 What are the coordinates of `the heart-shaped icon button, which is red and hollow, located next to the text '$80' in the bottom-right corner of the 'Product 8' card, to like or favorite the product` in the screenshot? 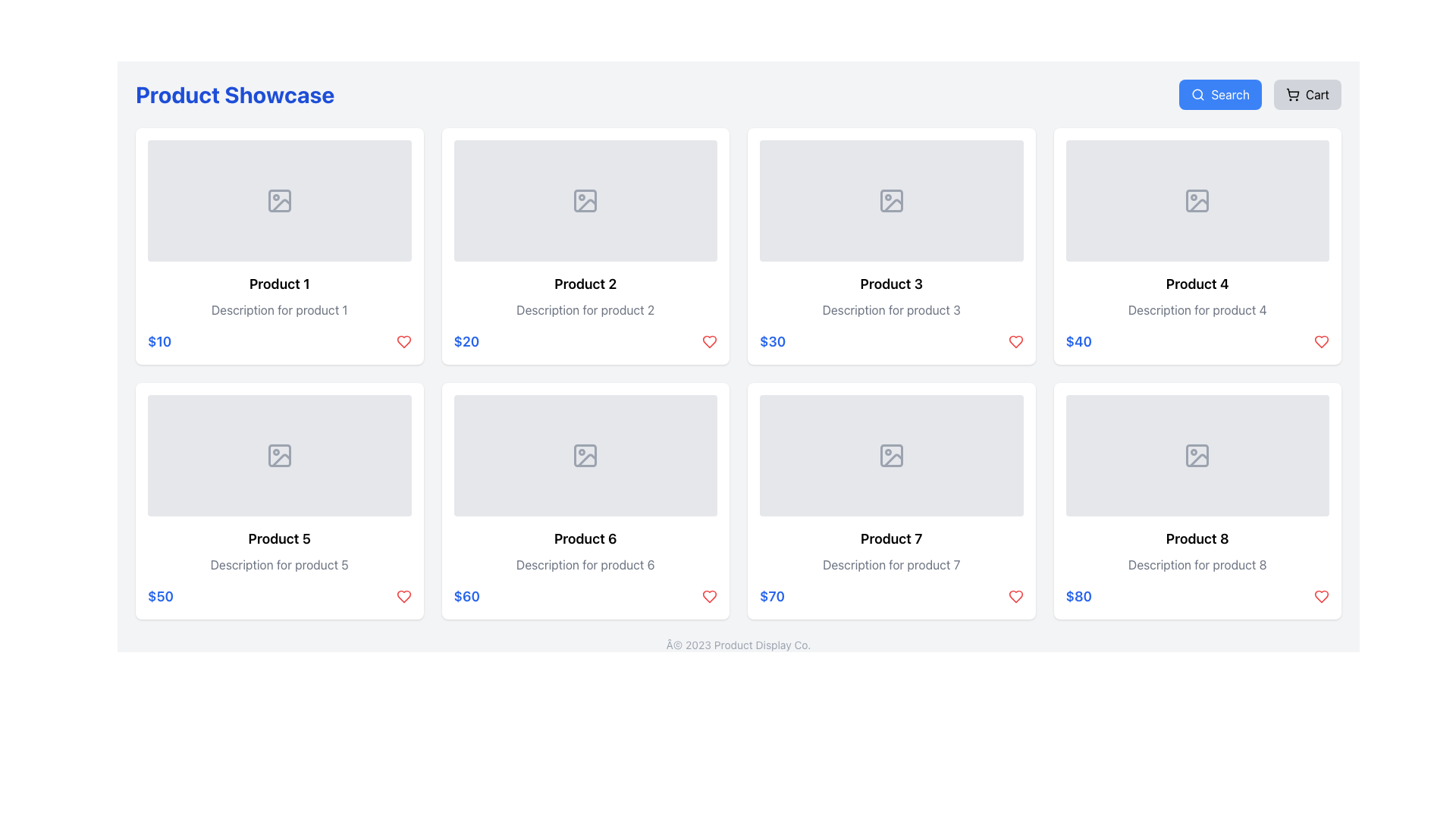 It's located at (1320, 595).